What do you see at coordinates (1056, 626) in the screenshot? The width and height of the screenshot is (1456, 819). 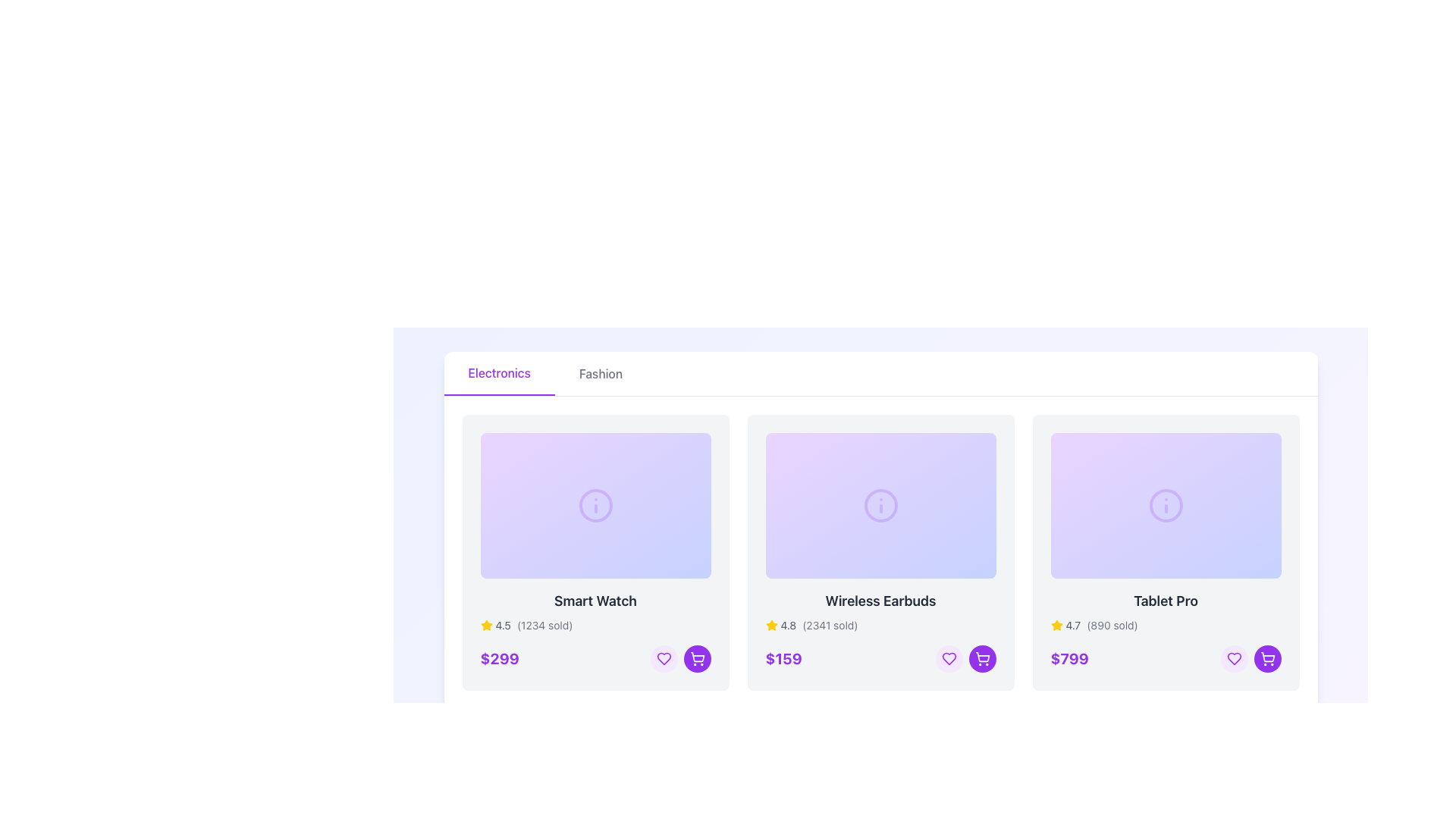 I see `the star rating icon that visually indicates the average product rating for the 'Tablet Pro' item, positioned to the left of the rating text '4.7'` at bounding box center [1056, 626].